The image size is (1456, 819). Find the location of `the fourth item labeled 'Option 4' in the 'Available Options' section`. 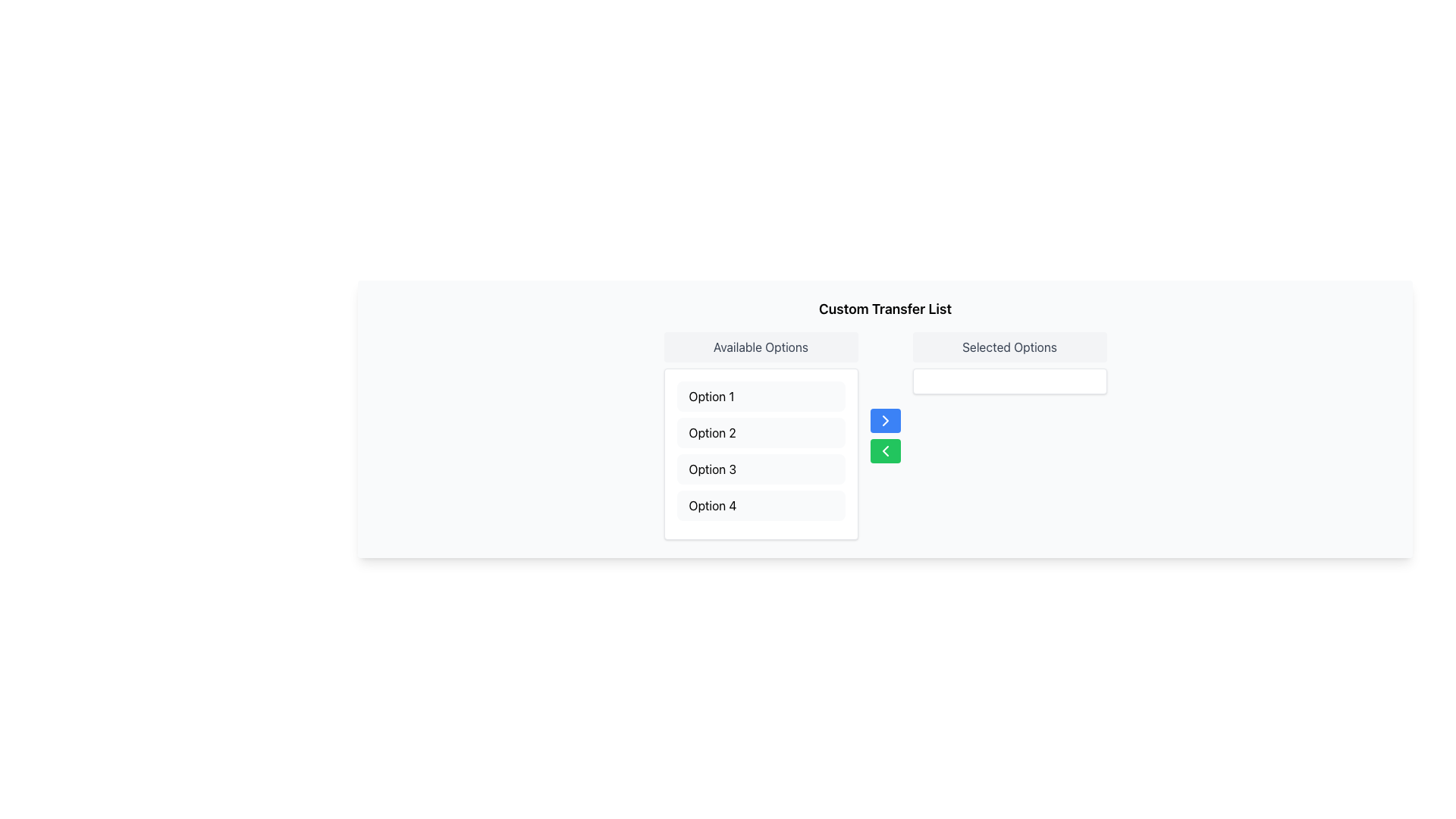

the fourth item labeled 'Option 4' in the 'Available Options' section is located at coordinates (761, 506).